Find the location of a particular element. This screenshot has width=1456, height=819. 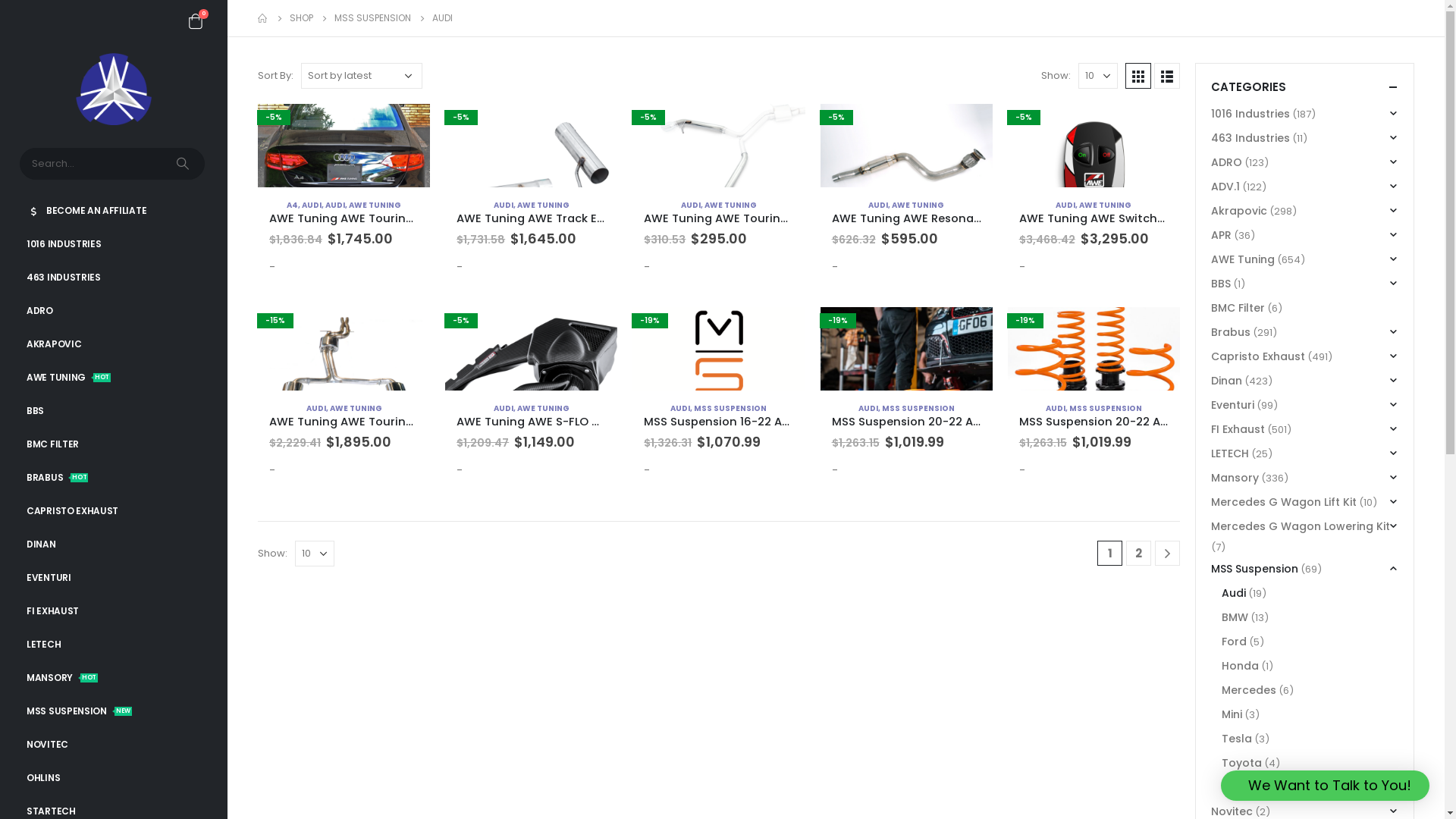

'Eventuri' is located at coordinates (1232, 403).